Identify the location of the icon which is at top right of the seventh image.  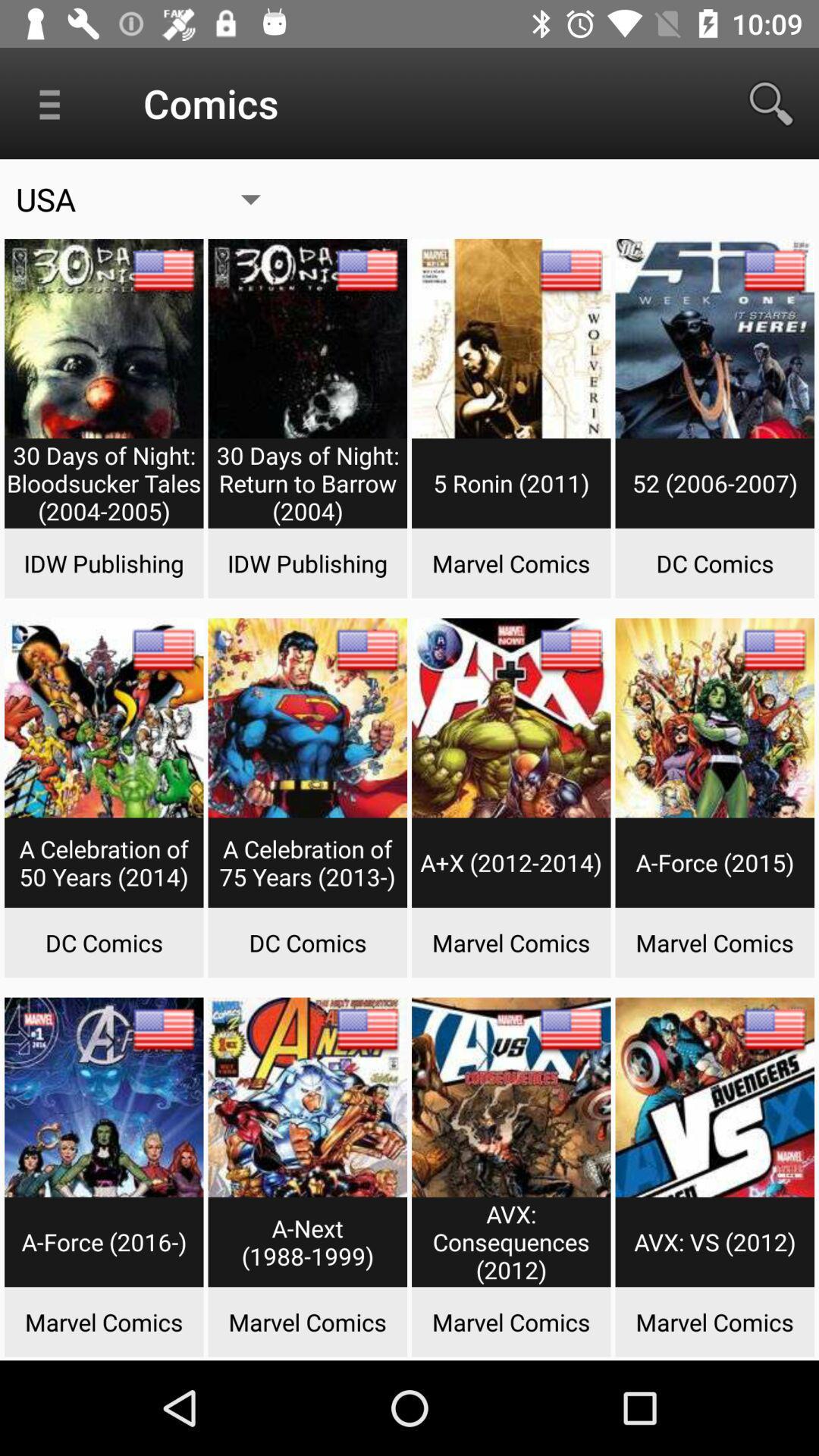
(570, 650).